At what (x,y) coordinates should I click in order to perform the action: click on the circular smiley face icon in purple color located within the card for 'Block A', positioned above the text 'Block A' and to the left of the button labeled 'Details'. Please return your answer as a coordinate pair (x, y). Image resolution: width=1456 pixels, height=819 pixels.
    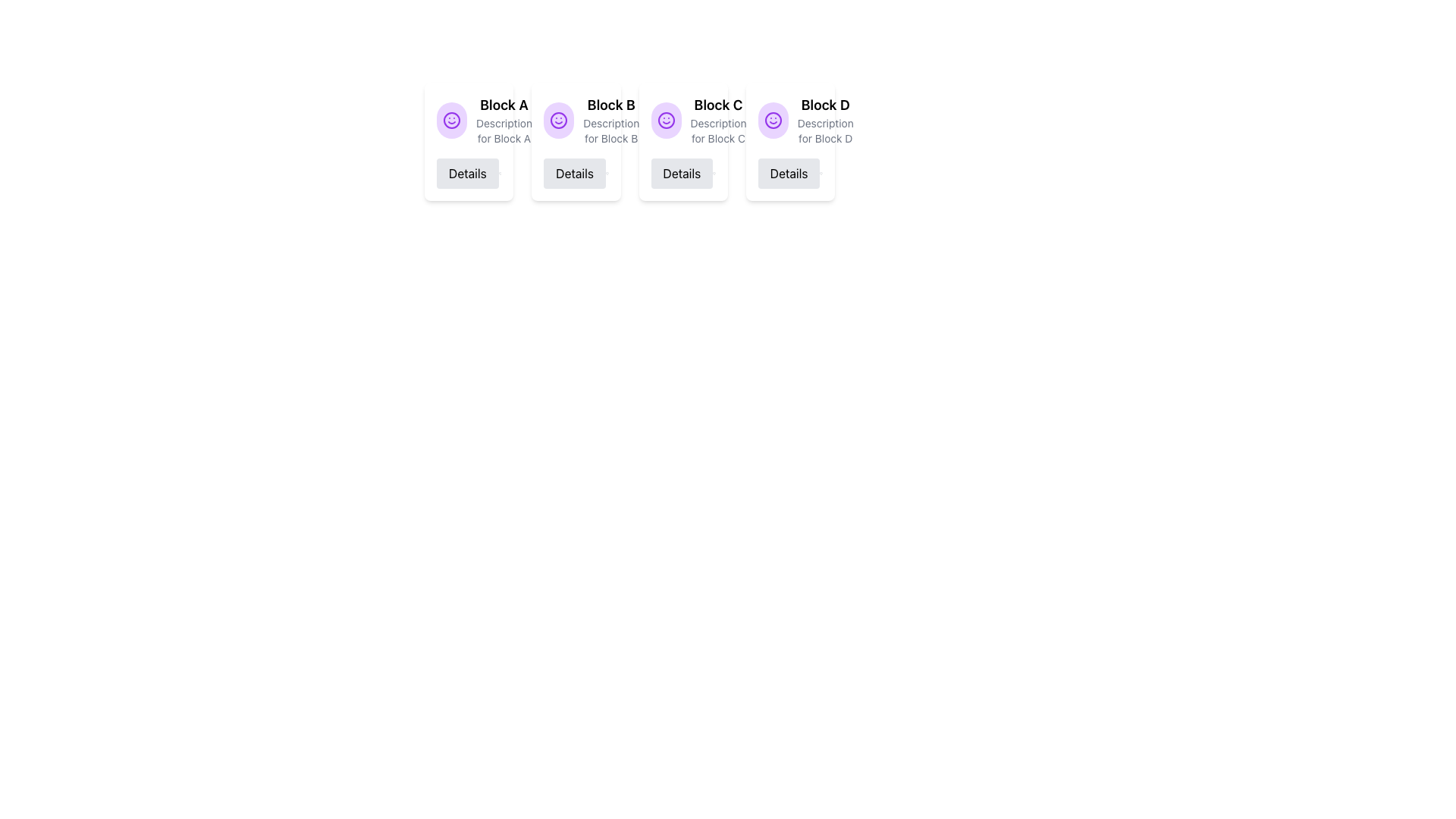
    Looking at the image, I should click on (450, 119).